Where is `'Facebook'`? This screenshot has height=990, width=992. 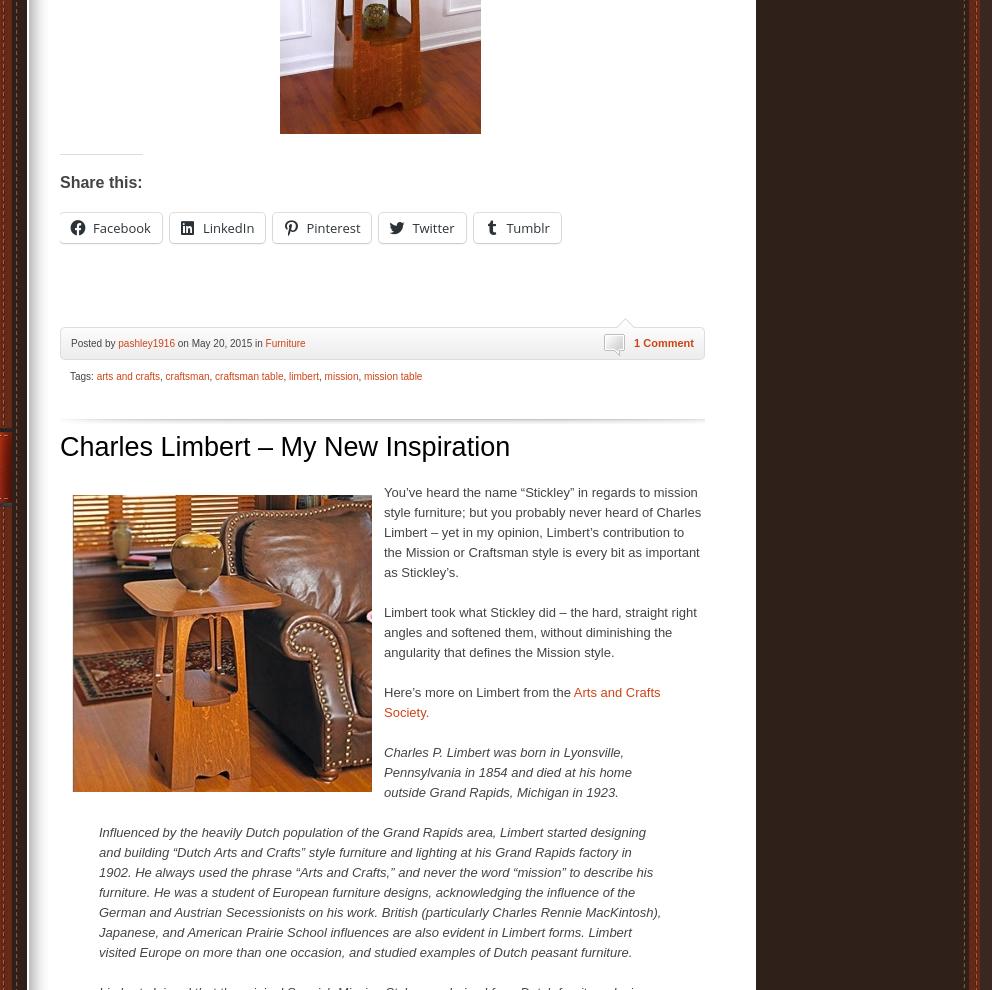 'Facebook' is located at coordinates (92, 226).